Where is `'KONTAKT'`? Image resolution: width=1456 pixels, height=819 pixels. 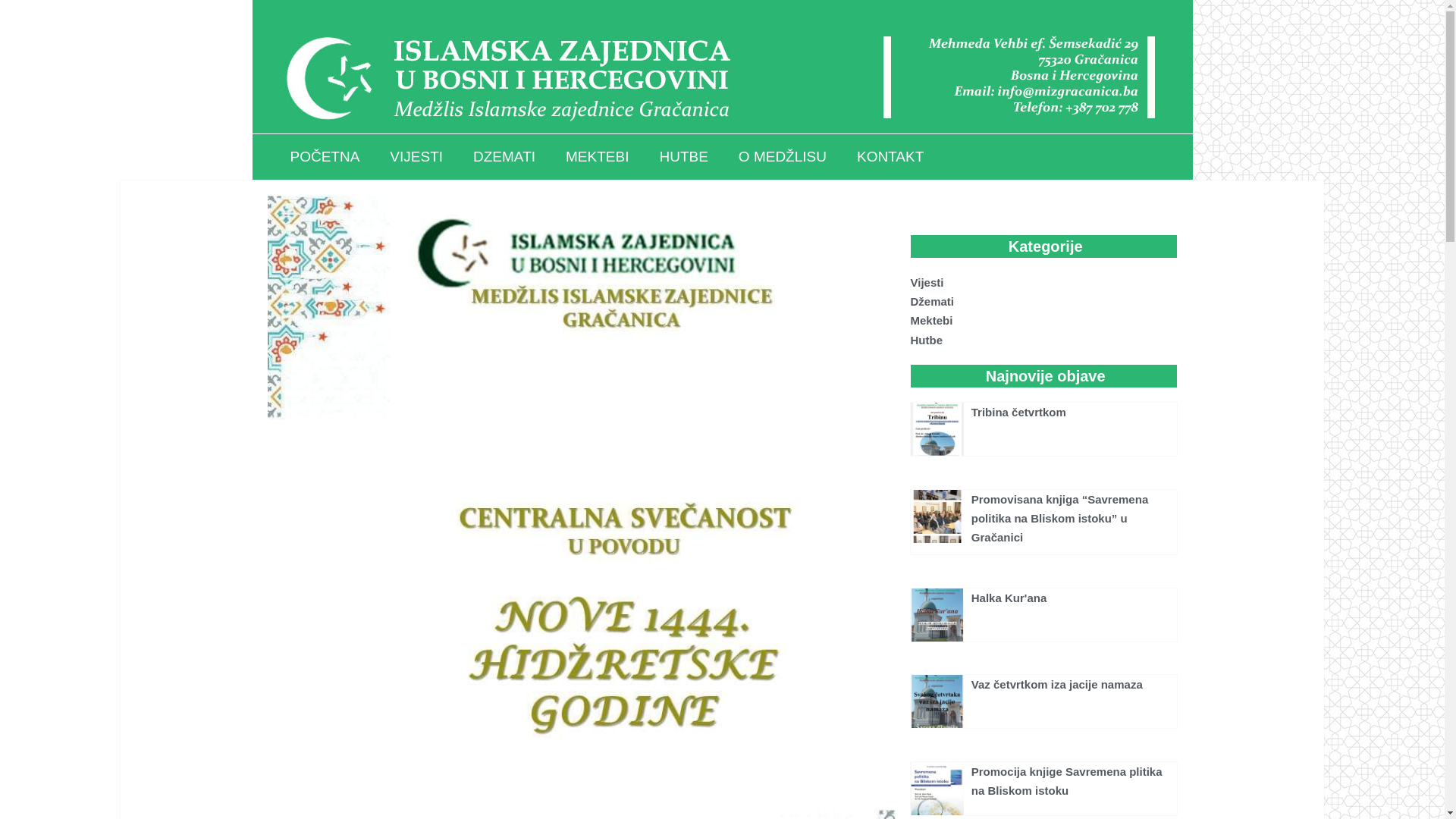
'KONTAKT' is located at coordinates (890, 157).